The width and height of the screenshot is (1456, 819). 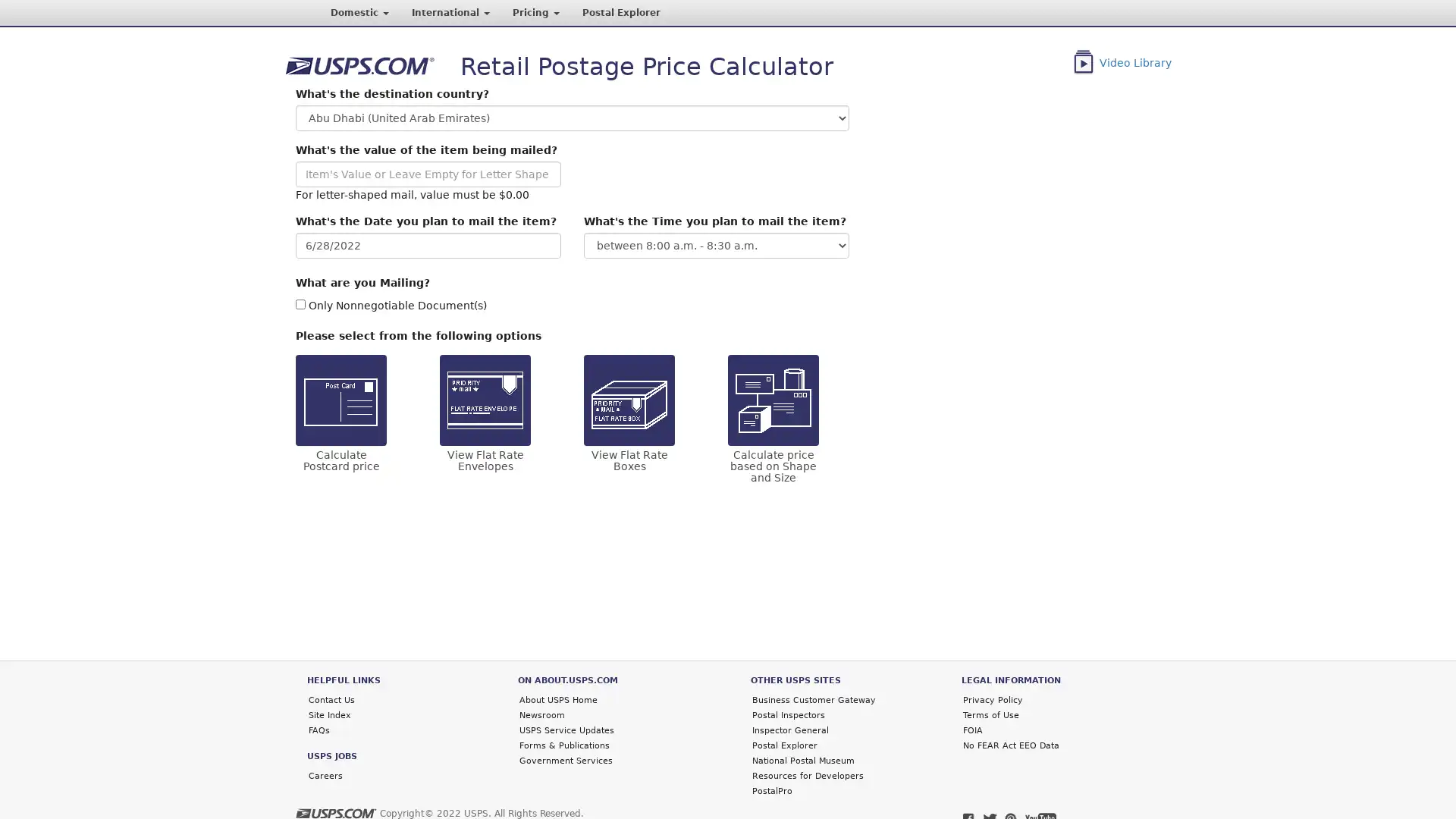 What do you see at coordinates (340, 400) in the screenshot?
I see `Calculate Postcard price` at bounding box center [340, 400].